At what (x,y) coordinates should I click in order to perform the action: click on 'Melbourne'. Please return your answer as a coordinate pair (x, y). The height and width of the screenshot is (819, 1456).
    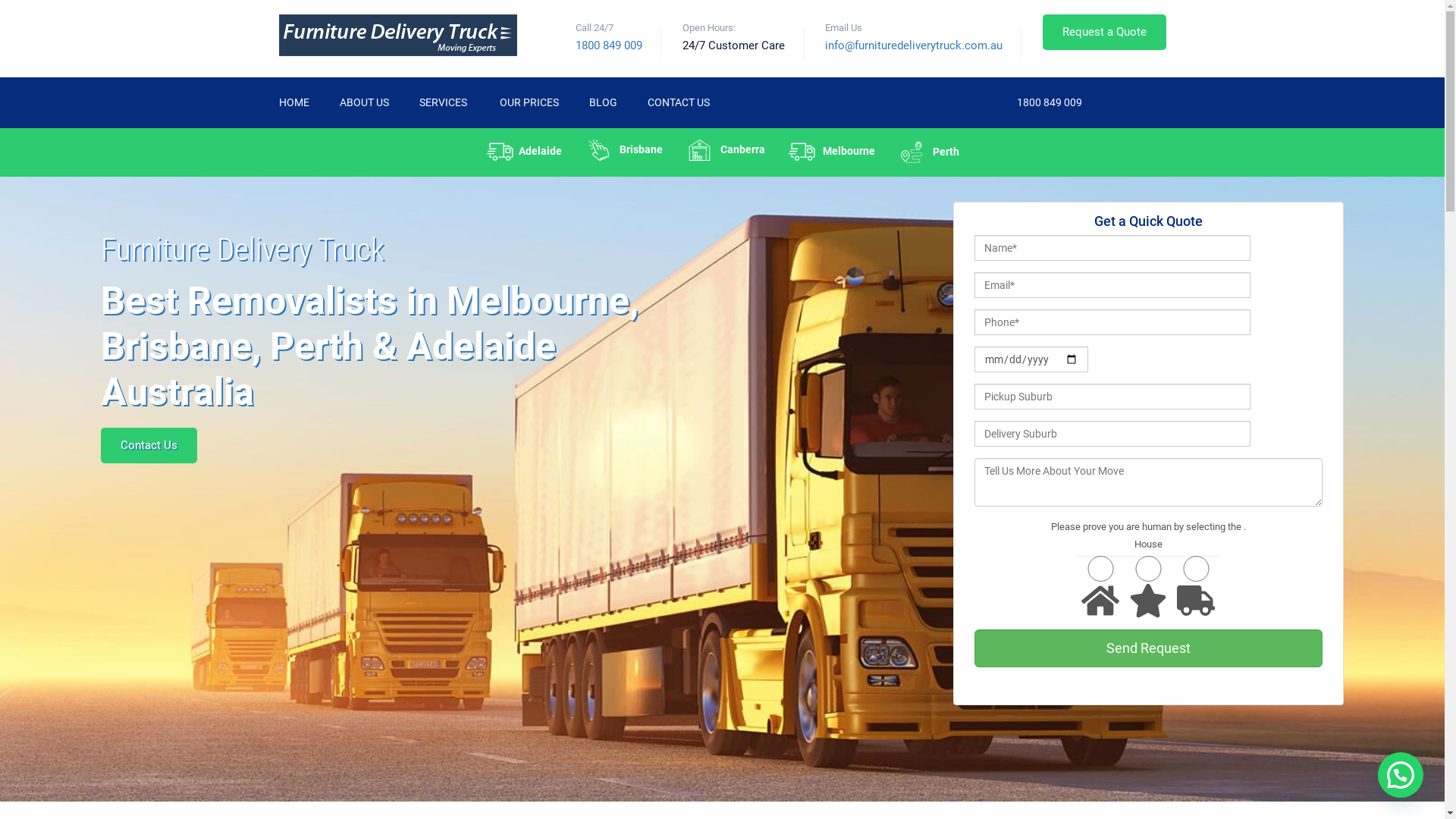
    Looking at the image, I should click on (830, 151).